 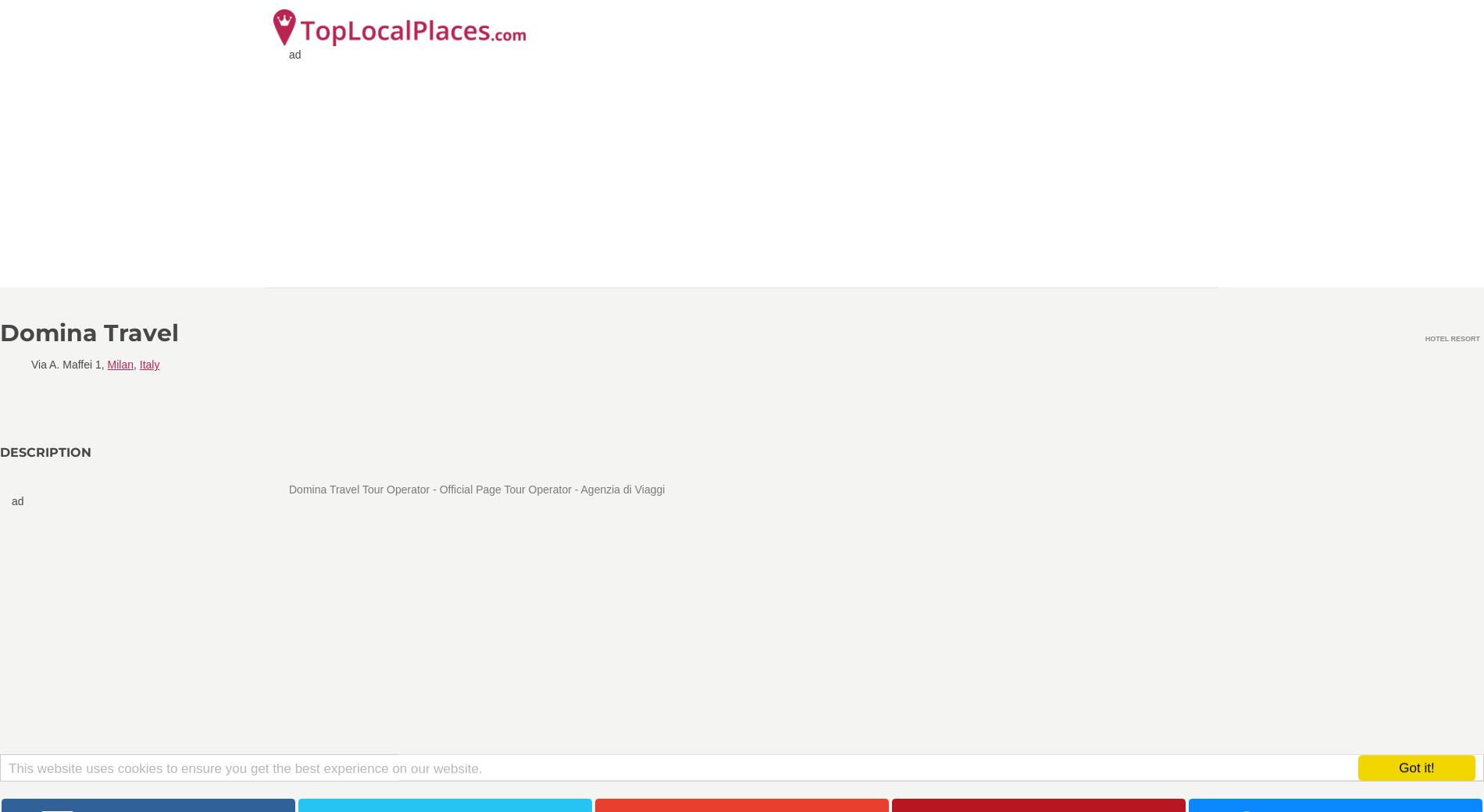 What do you see at coordinates (1451, 338) in the screenshot?
I see `'Hotel Resort'` at bounding box center [1451, 338].